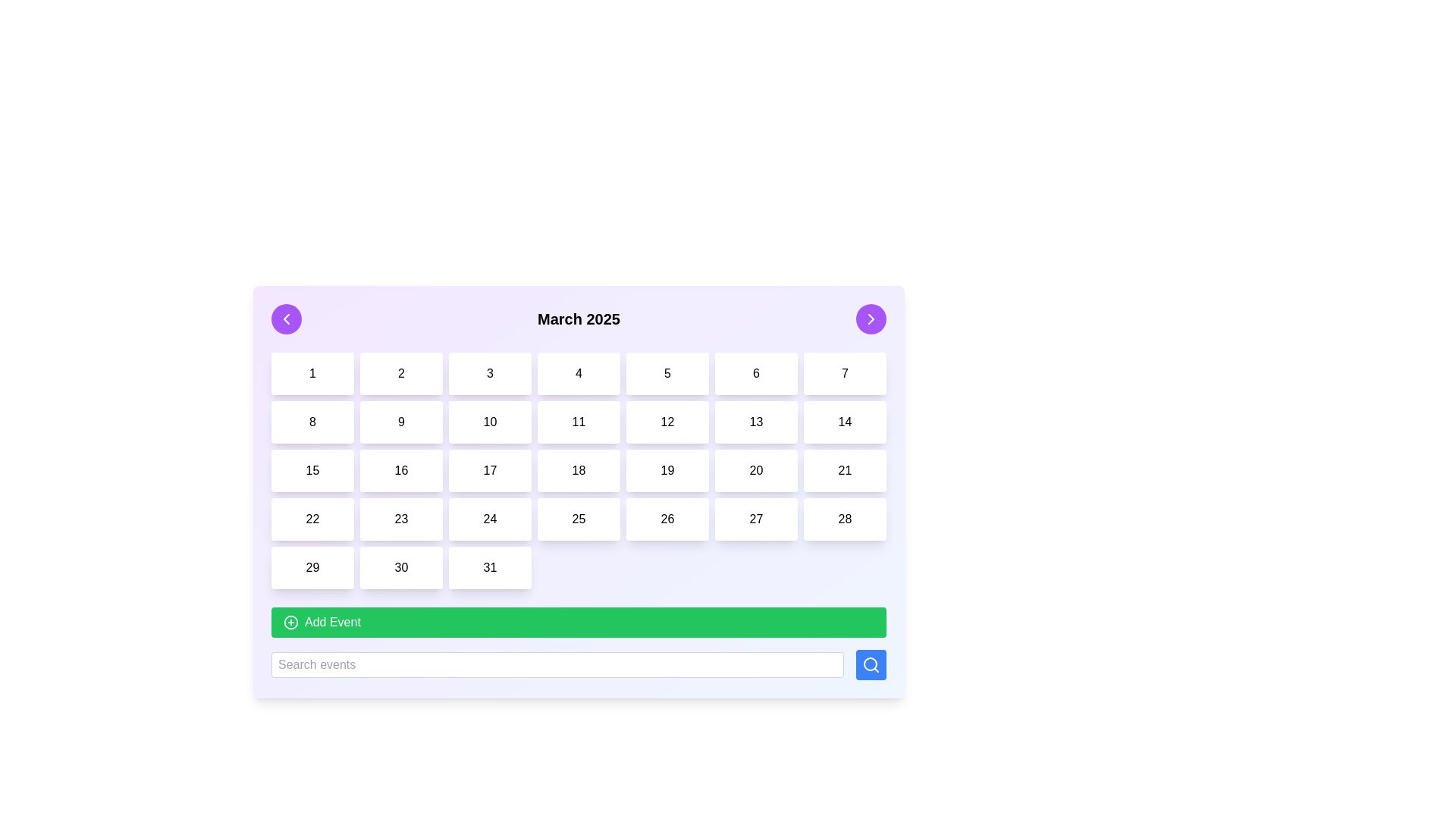 The image size is (1456, 819). I want to click on the right-pointing arrow icon inside the circular purple button located at the top-right corner of the calendar interface, so click(871, 318).